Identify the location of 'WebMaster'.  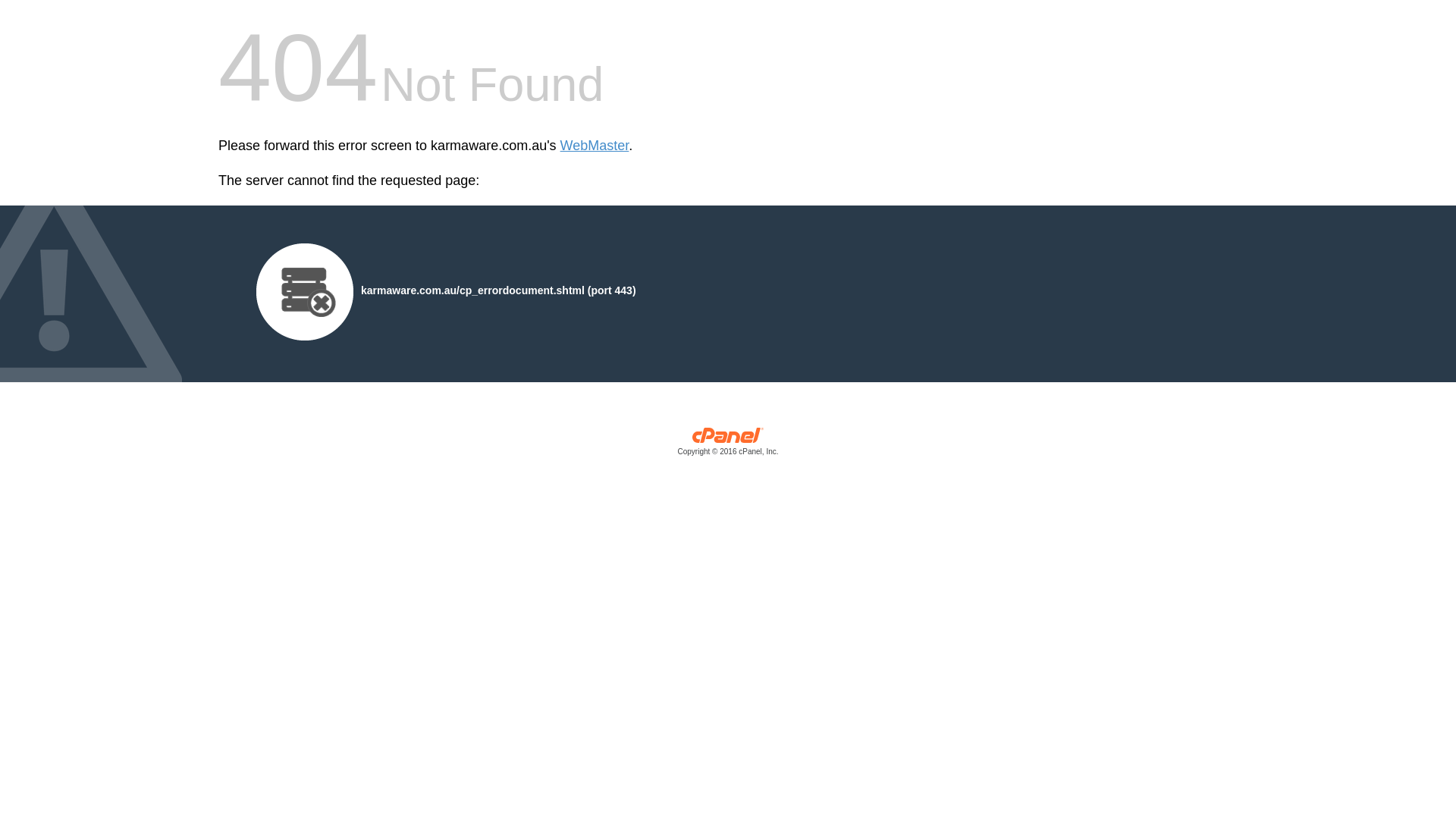
(594, 146).